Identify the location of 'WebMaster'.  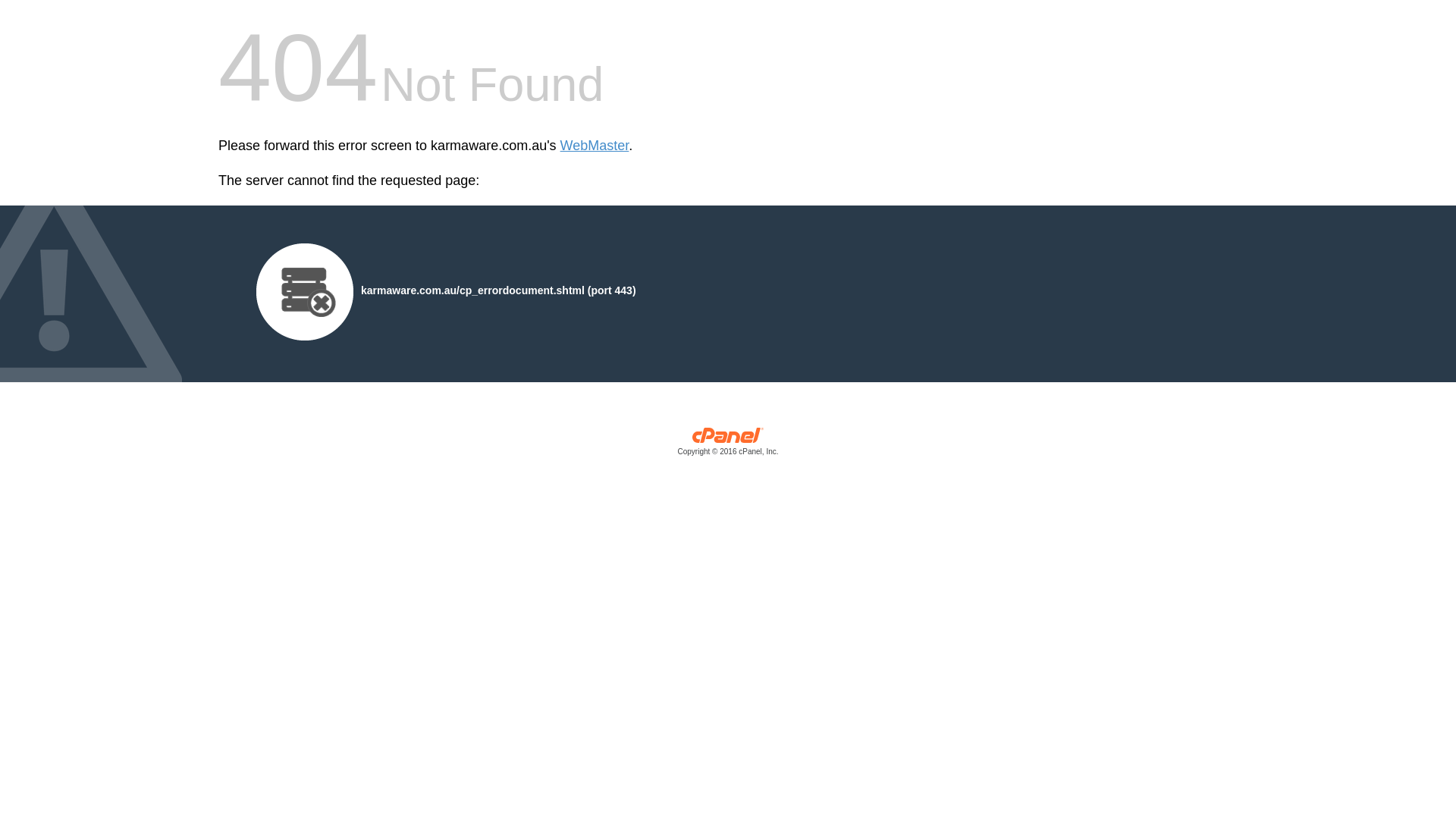
(594, 146).